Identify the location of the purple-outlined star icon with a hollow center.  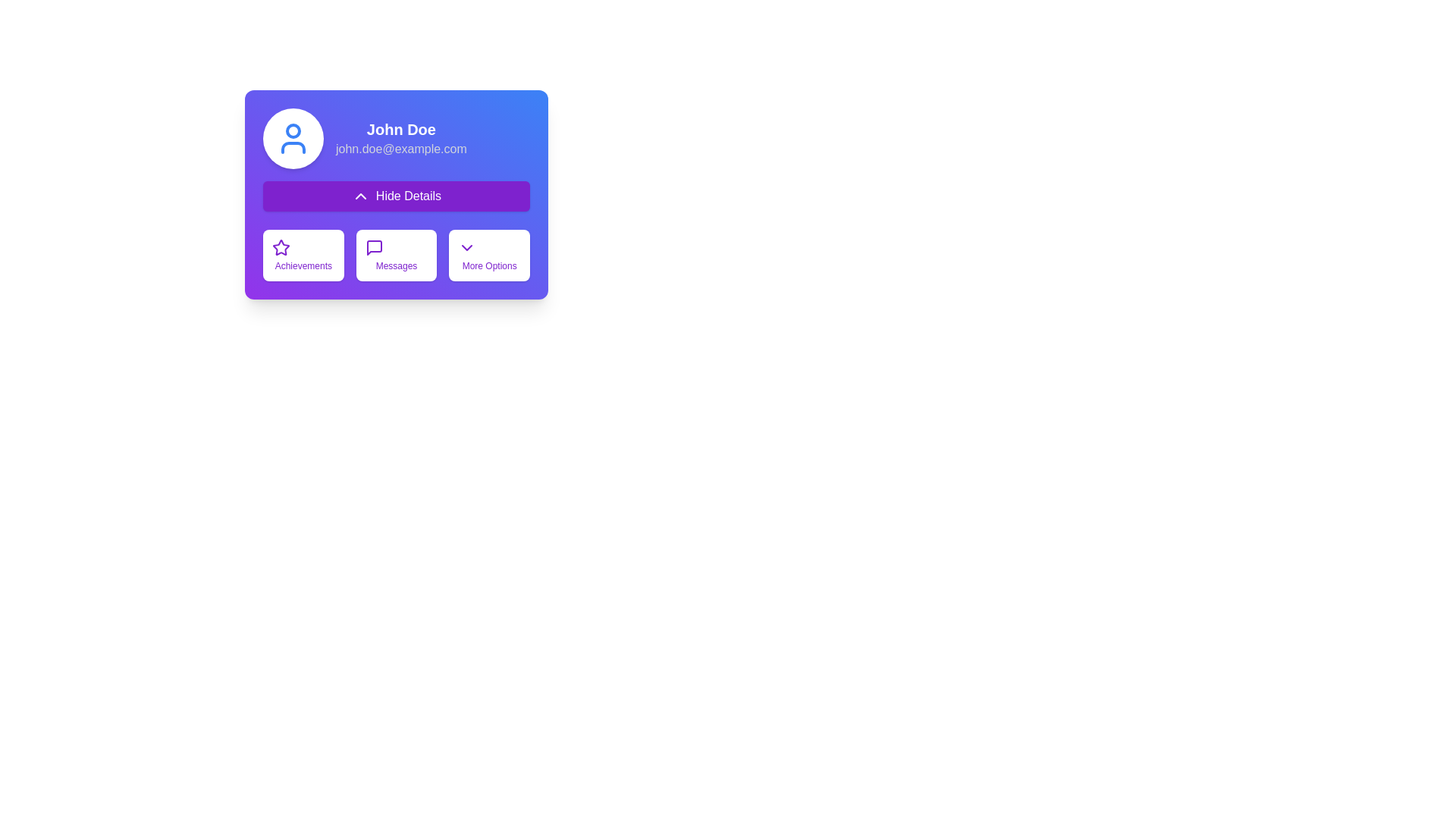
(281, 247).